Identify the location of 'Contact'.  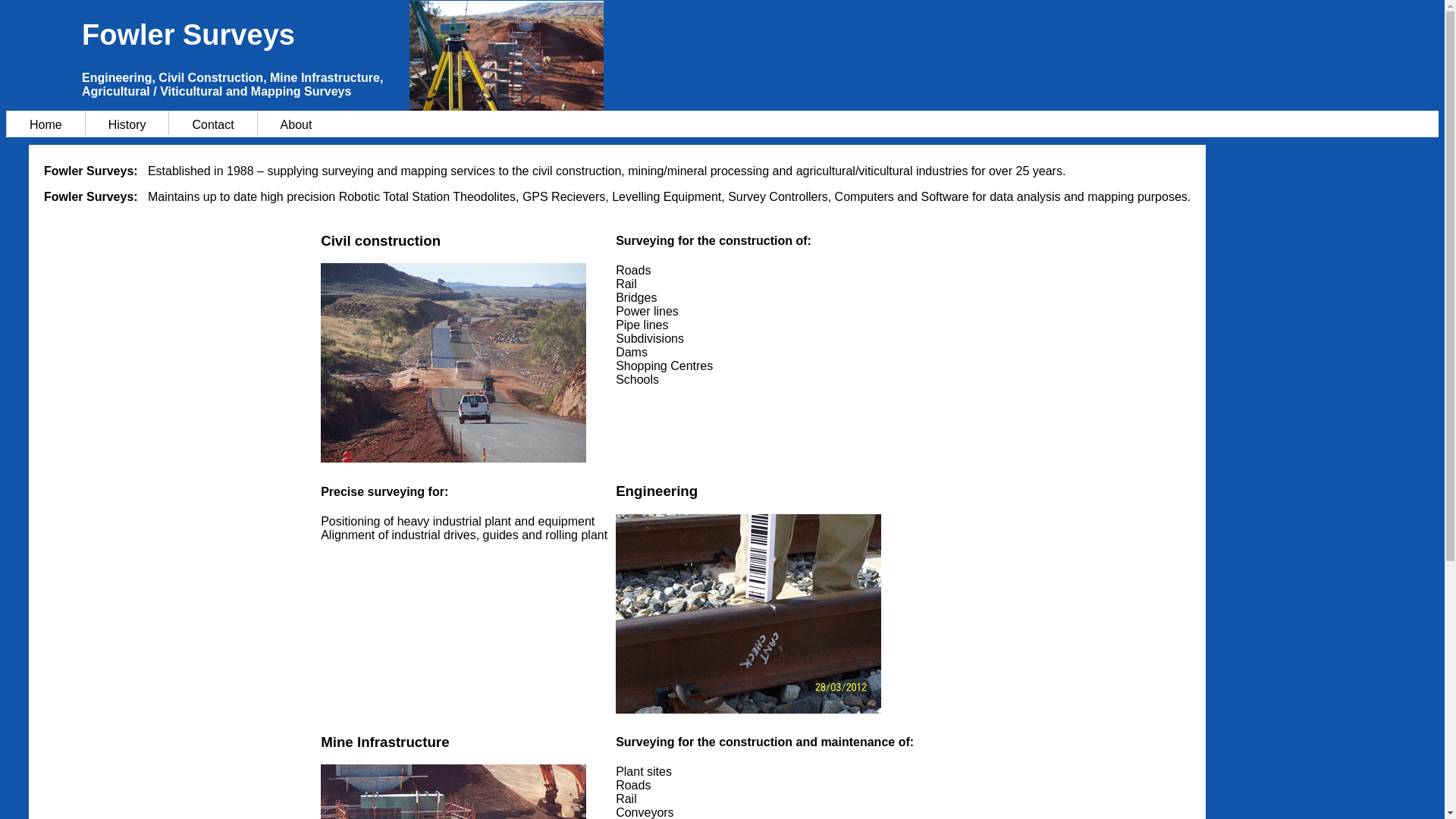
(168, 122).